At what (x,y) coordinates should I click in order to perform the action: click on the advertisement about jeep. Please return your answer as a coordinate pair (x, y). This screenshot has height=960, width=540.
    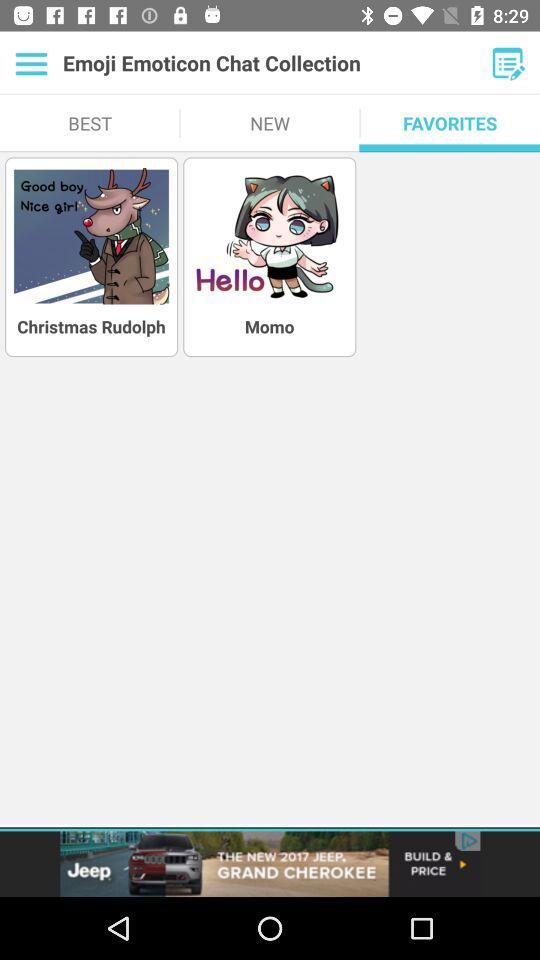
    Looking at the image, I should click on (270, 863).